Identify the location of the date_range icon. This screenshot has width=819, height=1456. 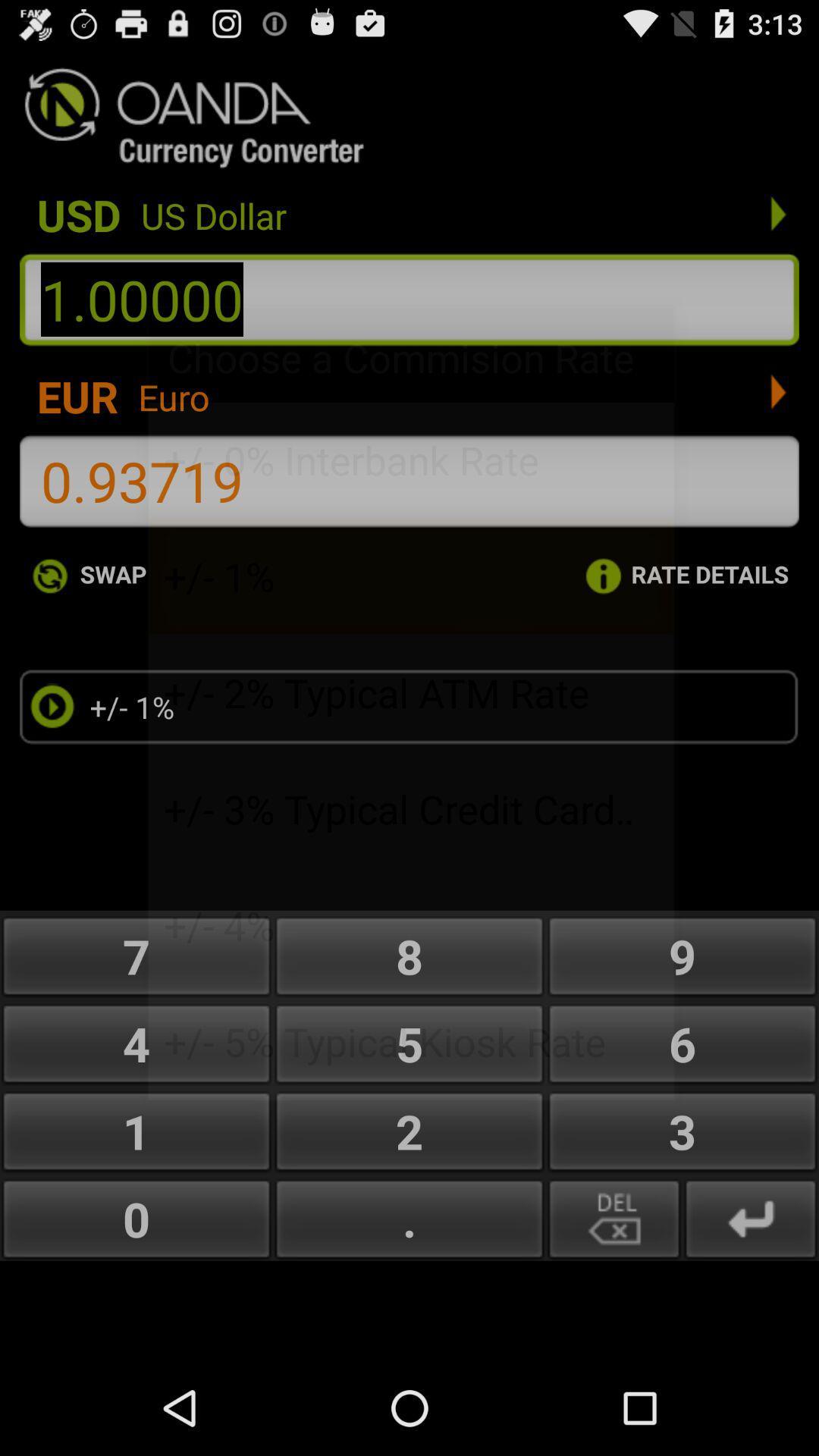
(614, 1301).